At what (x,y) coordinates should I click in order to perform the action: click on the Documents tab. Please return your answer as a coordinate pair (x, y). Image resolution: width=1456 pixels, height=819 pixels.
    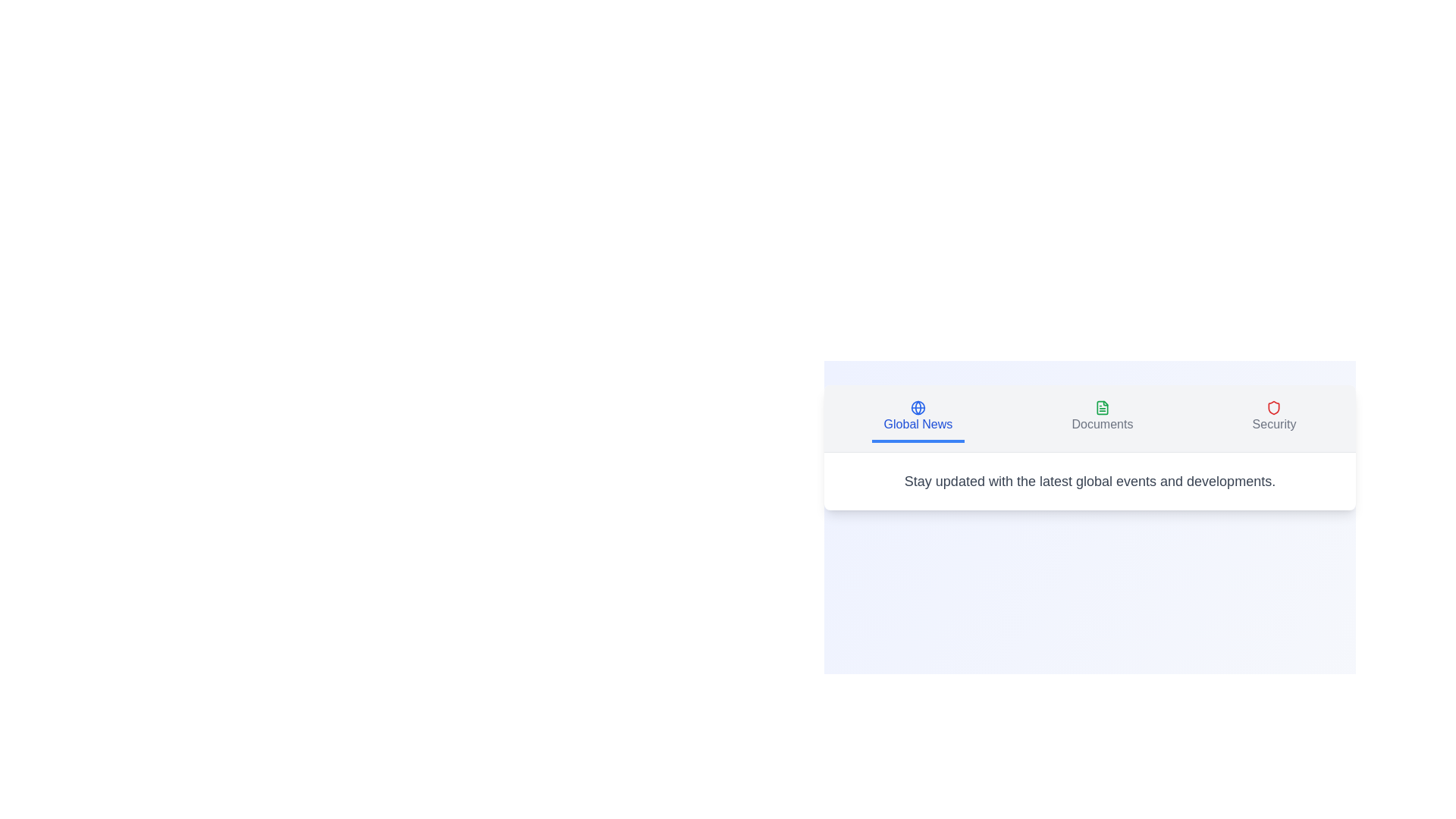
    Looking at the image, I should click on (1103, 418).